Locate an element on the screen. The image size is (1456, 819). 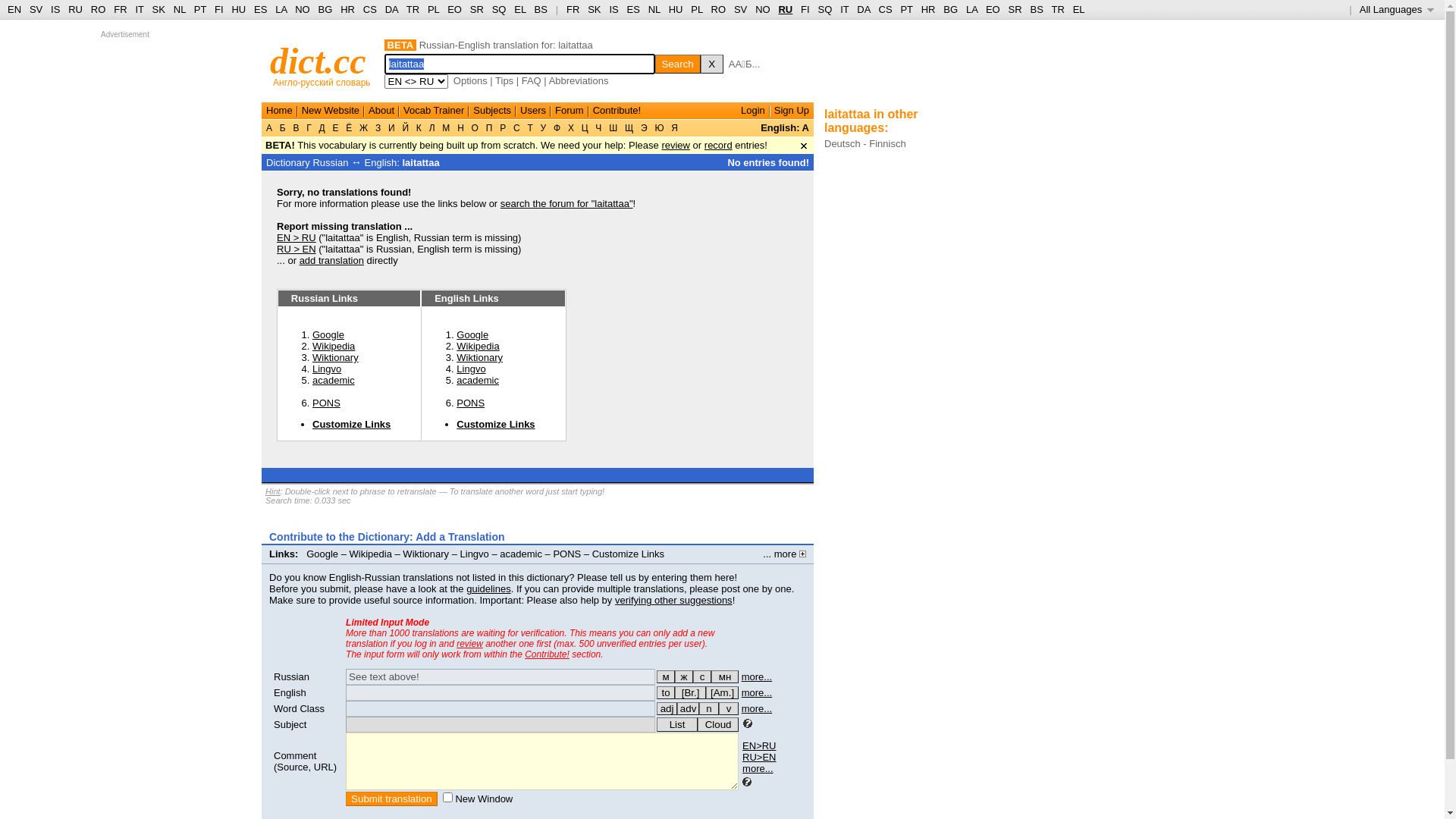
'BS' is located at coordinates (541, 9).